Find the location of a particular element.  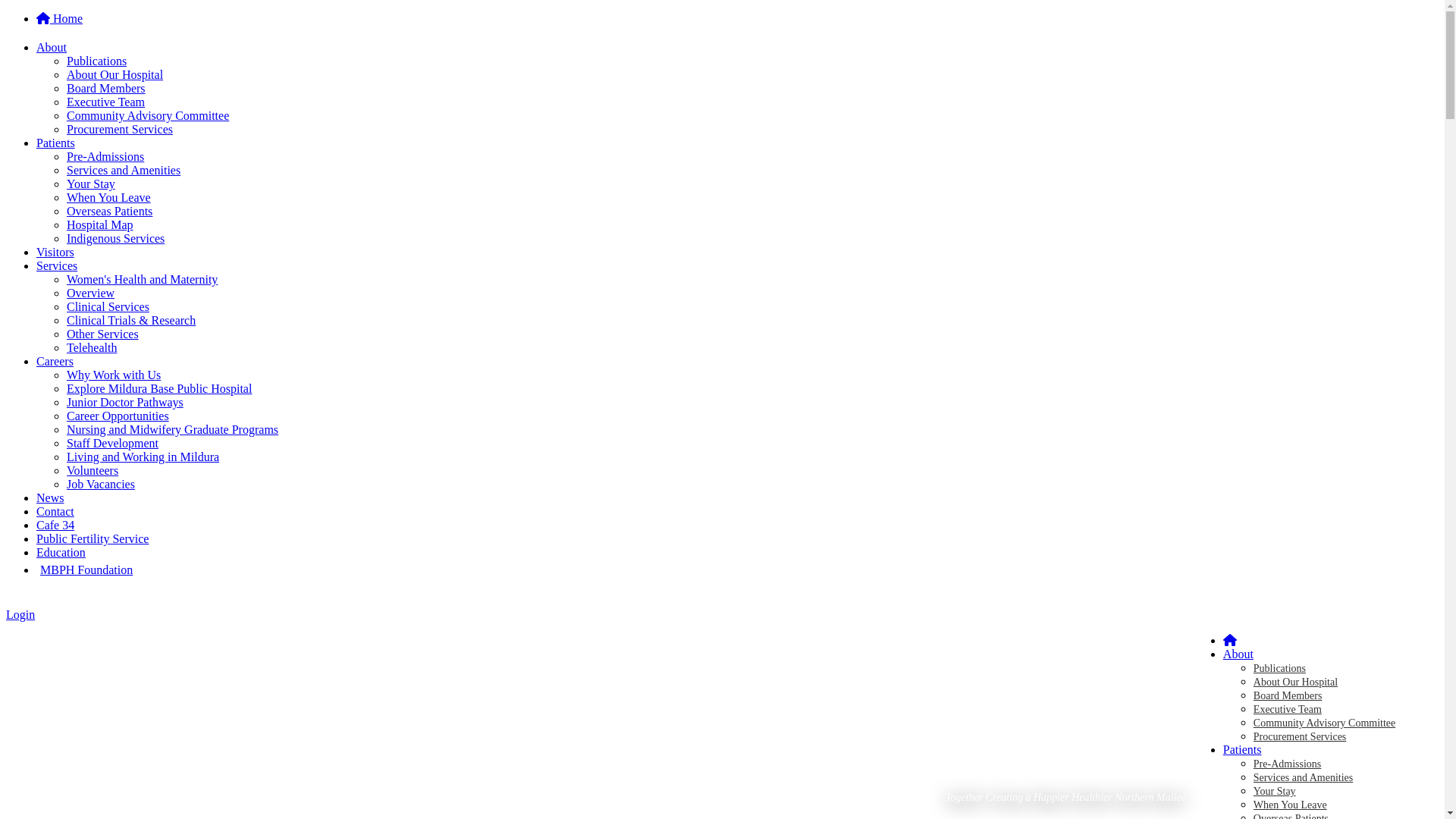

'Volunteers' is located at coordinates (91, 469).